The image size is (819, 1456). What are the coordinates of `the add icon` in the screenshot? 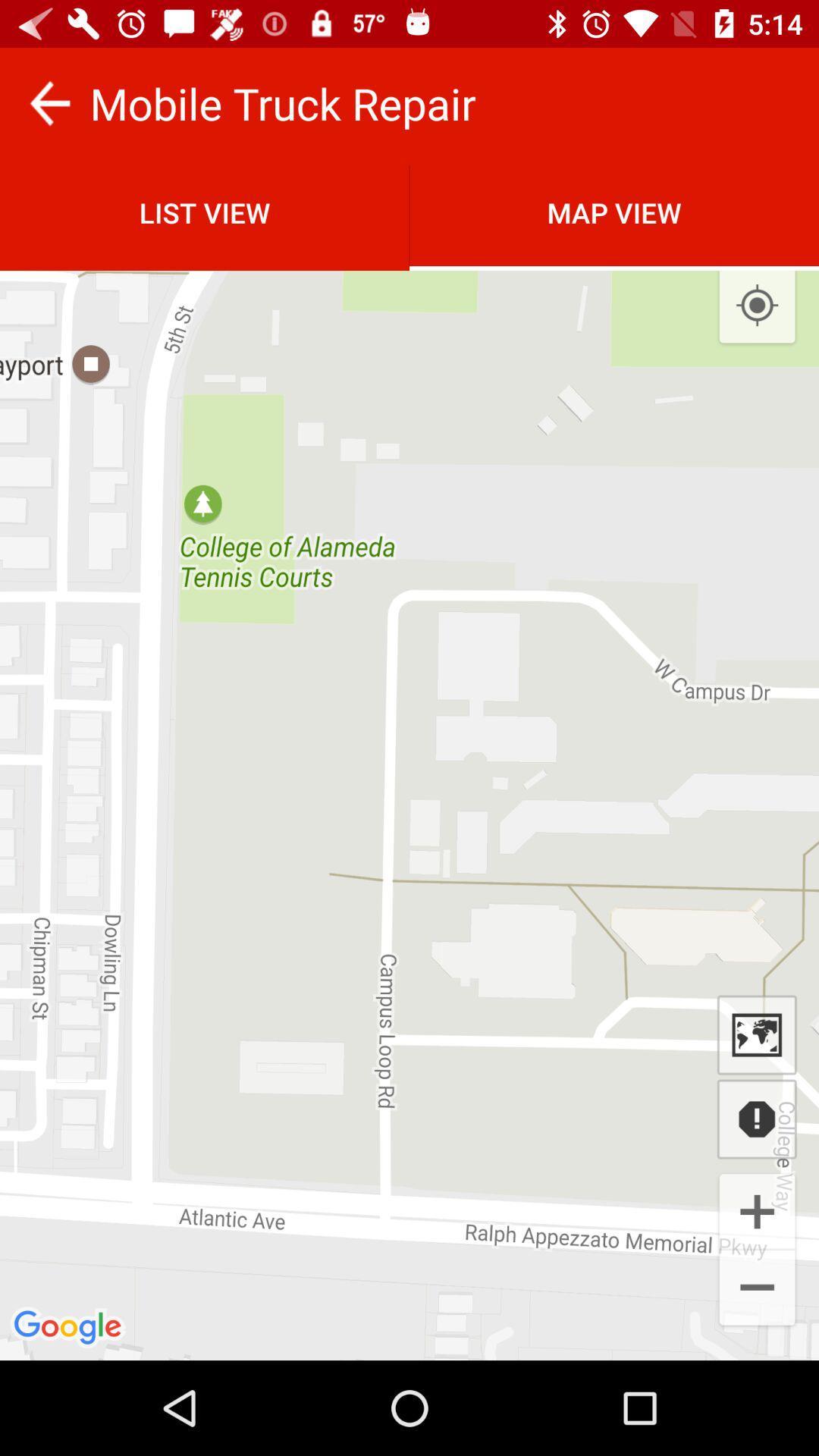 It's located at (757, 1210).